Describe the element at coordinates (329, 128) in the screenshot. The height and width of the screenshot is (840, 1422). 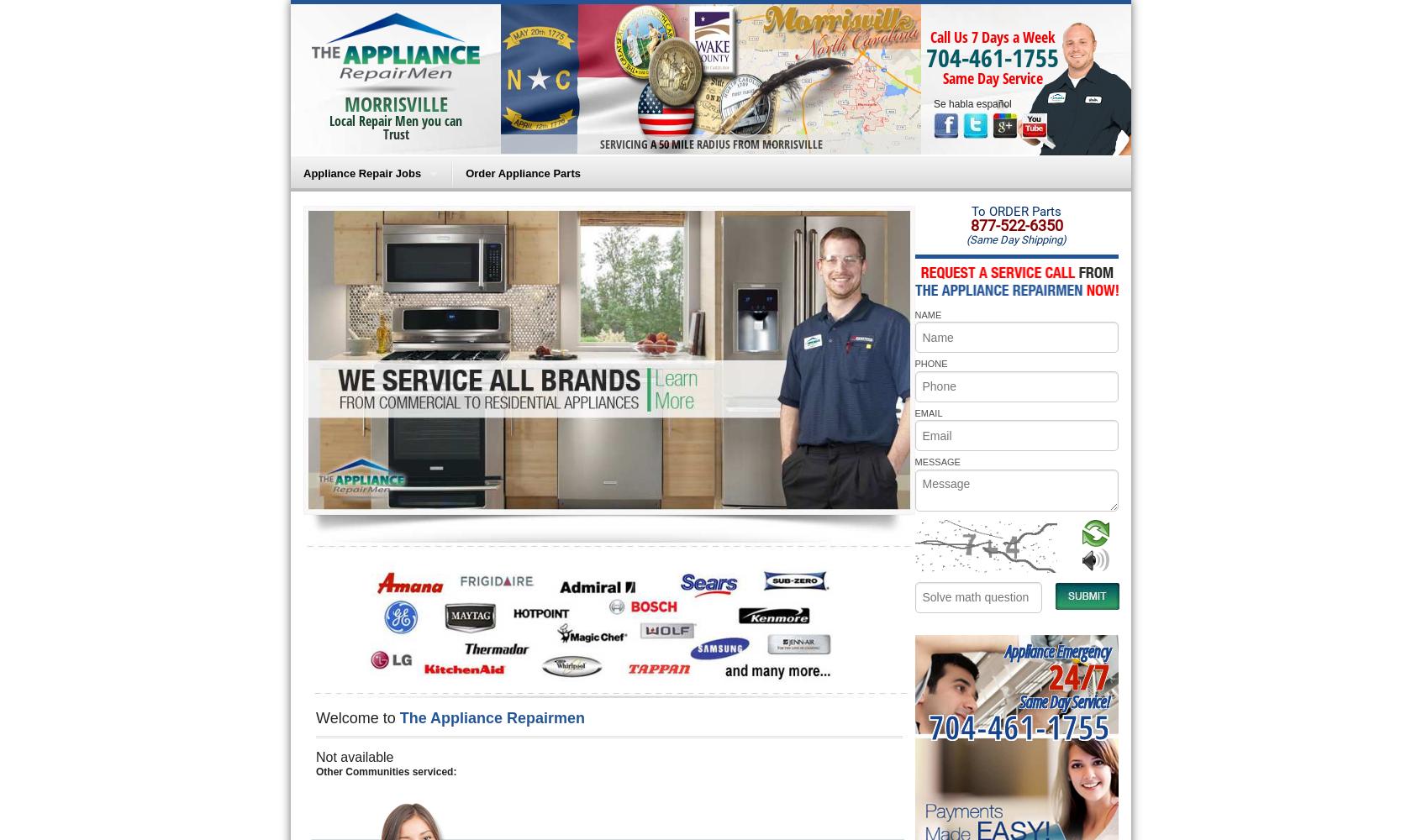
I see `'Local Repair Men you can Trust'` at that location.